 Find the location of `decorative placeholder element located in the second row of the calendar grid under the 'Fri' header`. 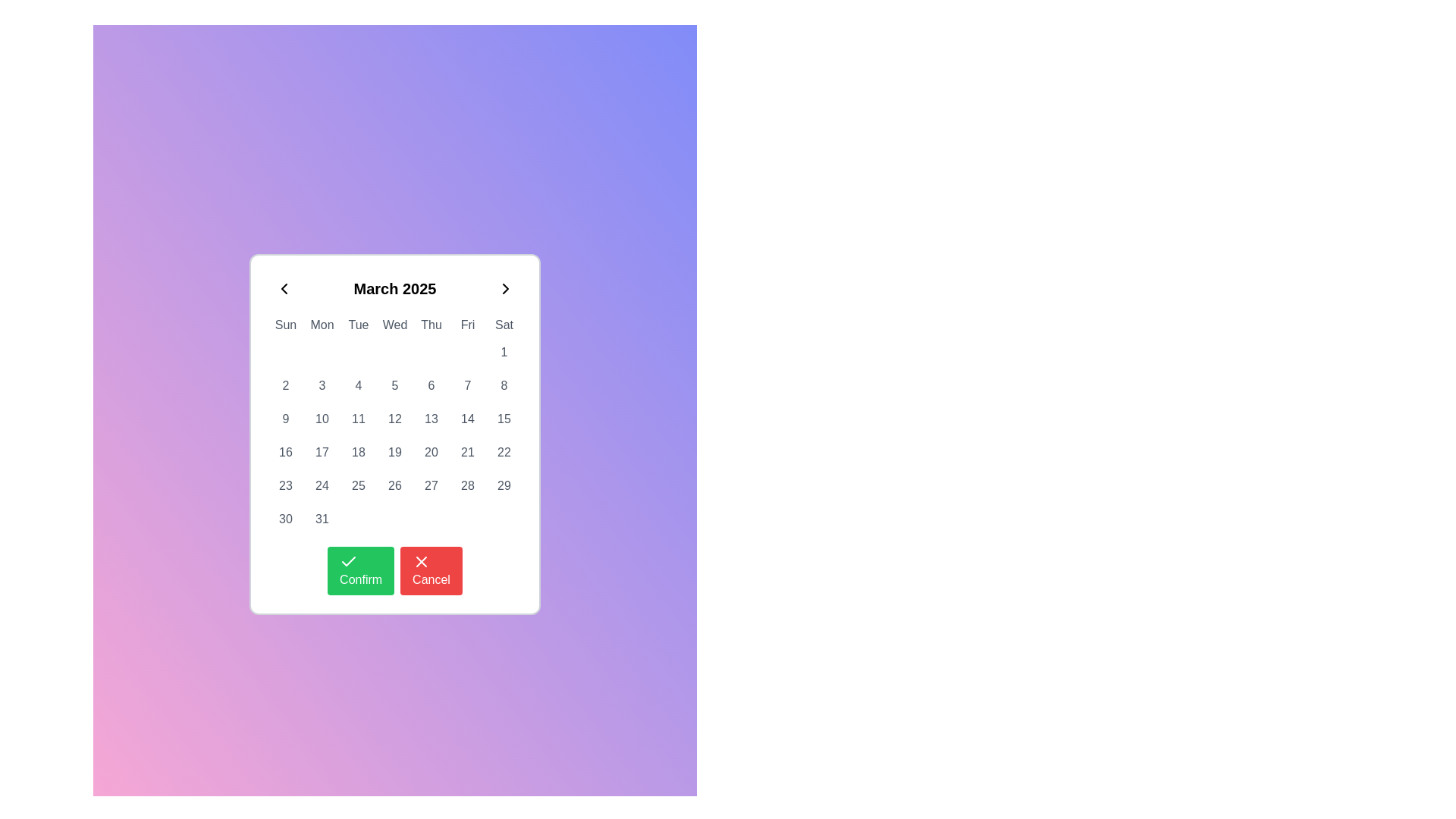

decorative placeholder element located in the second row of the calendar grid under the 'Fri' header is located at coordinates (467, 353).